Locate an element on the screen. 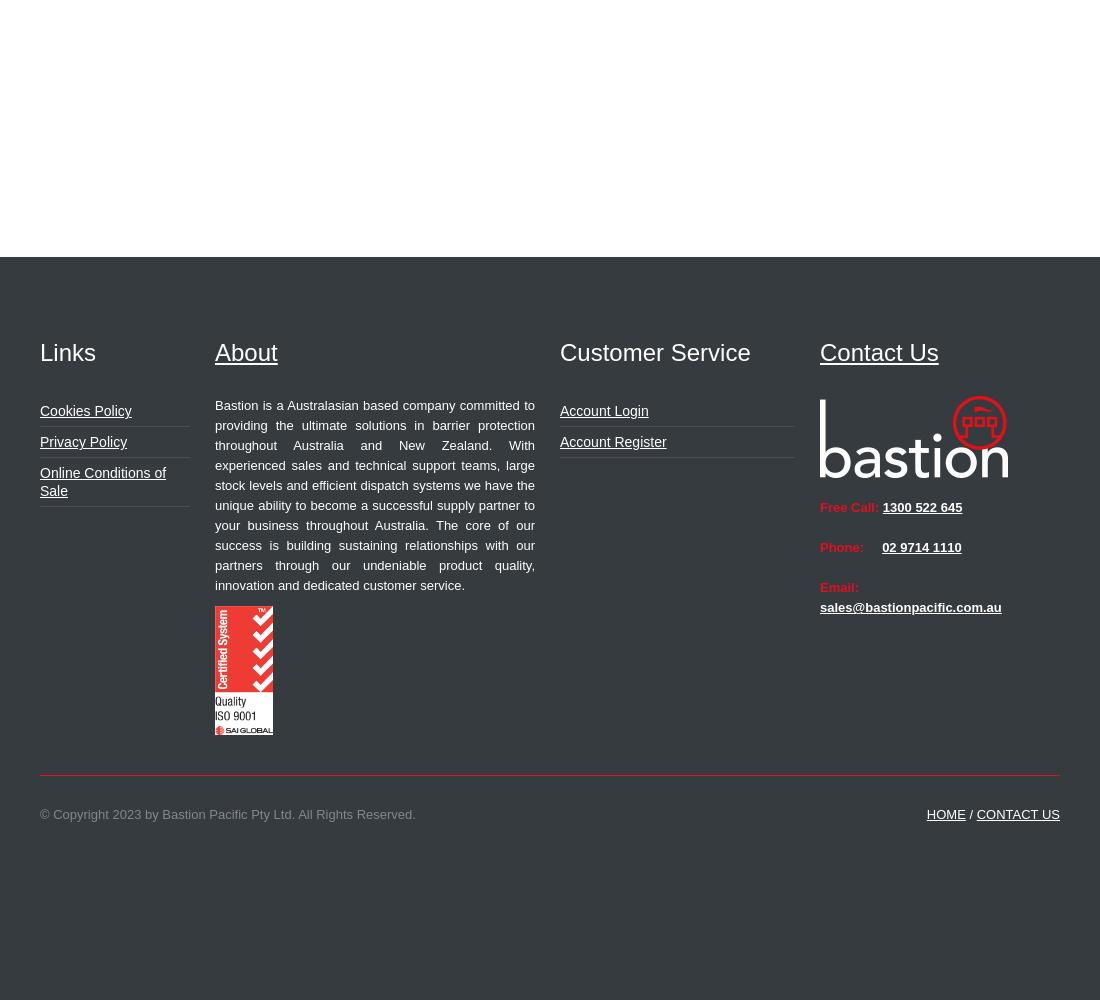 The height and width of the screenshot is (1000, 1100). '1300 522 645' is located at coordinates (880, 507).